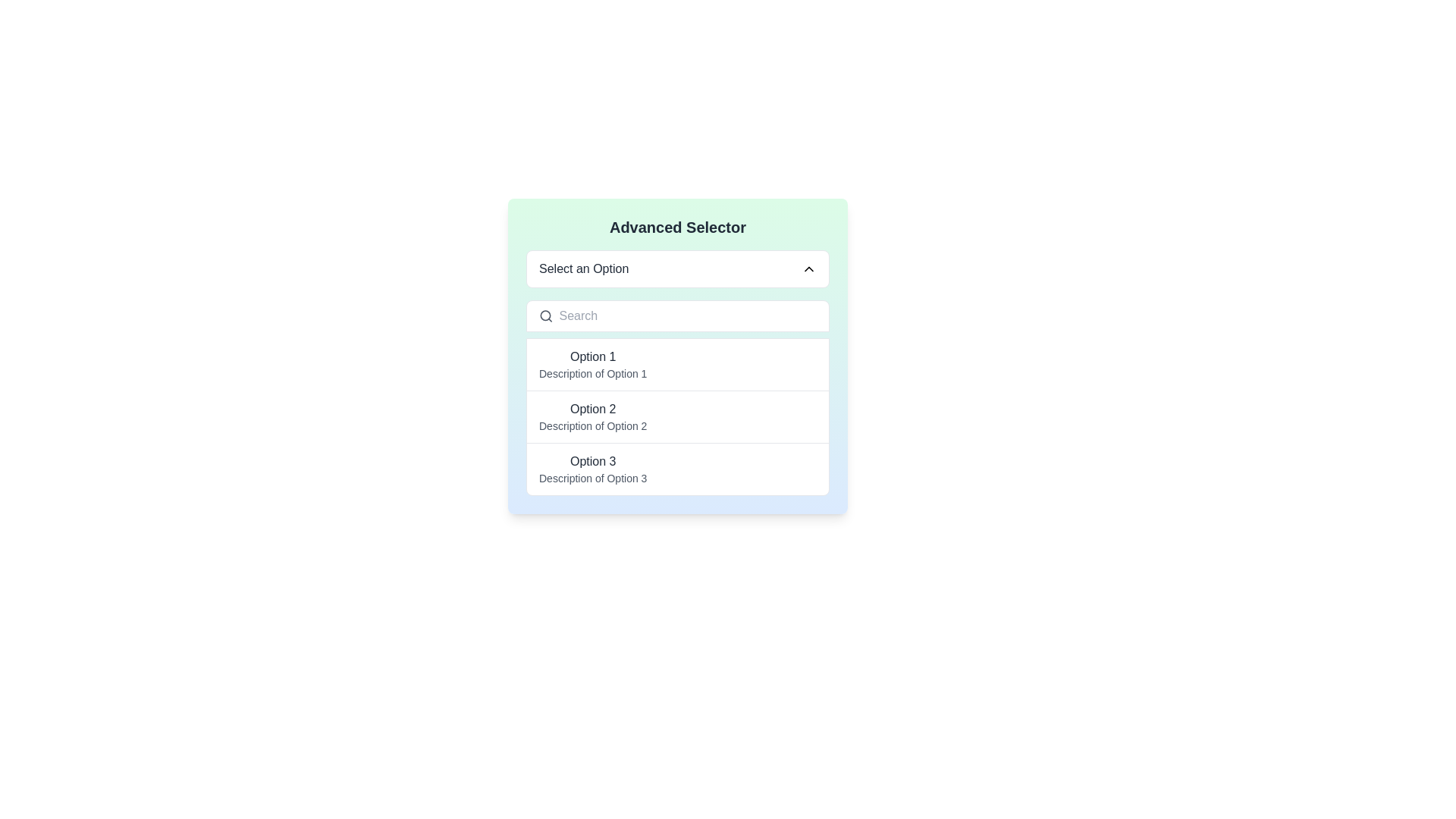 This screenshot has height=819, width=1456. I want to click on the list item labeled 'Option 3', so click(592, 468).